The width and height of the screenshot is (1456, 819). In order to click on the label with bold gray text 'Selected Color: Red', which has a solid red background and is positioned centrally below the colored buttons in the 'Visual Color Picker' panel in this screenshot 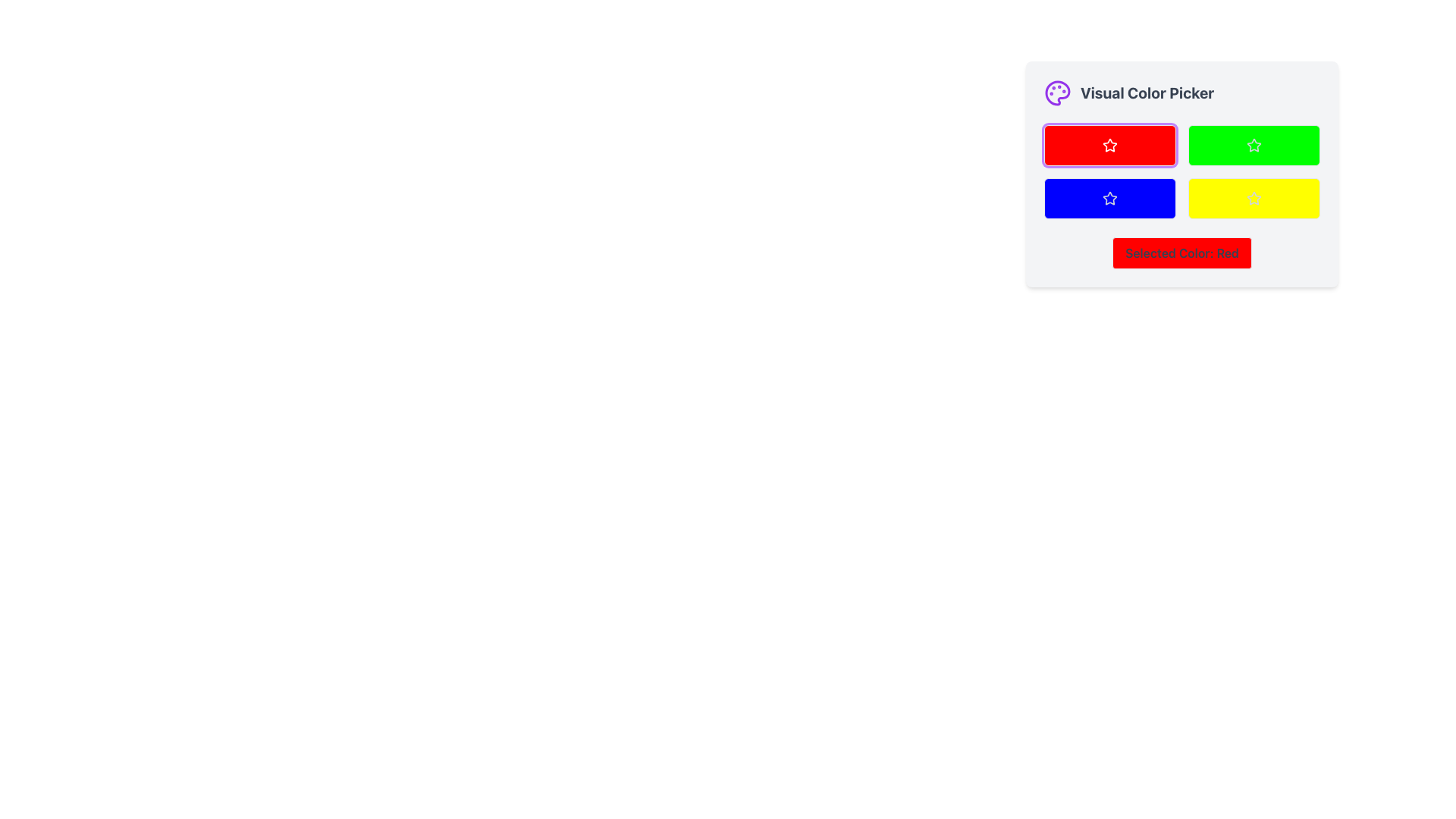, I will do `click(1181, 253)`.